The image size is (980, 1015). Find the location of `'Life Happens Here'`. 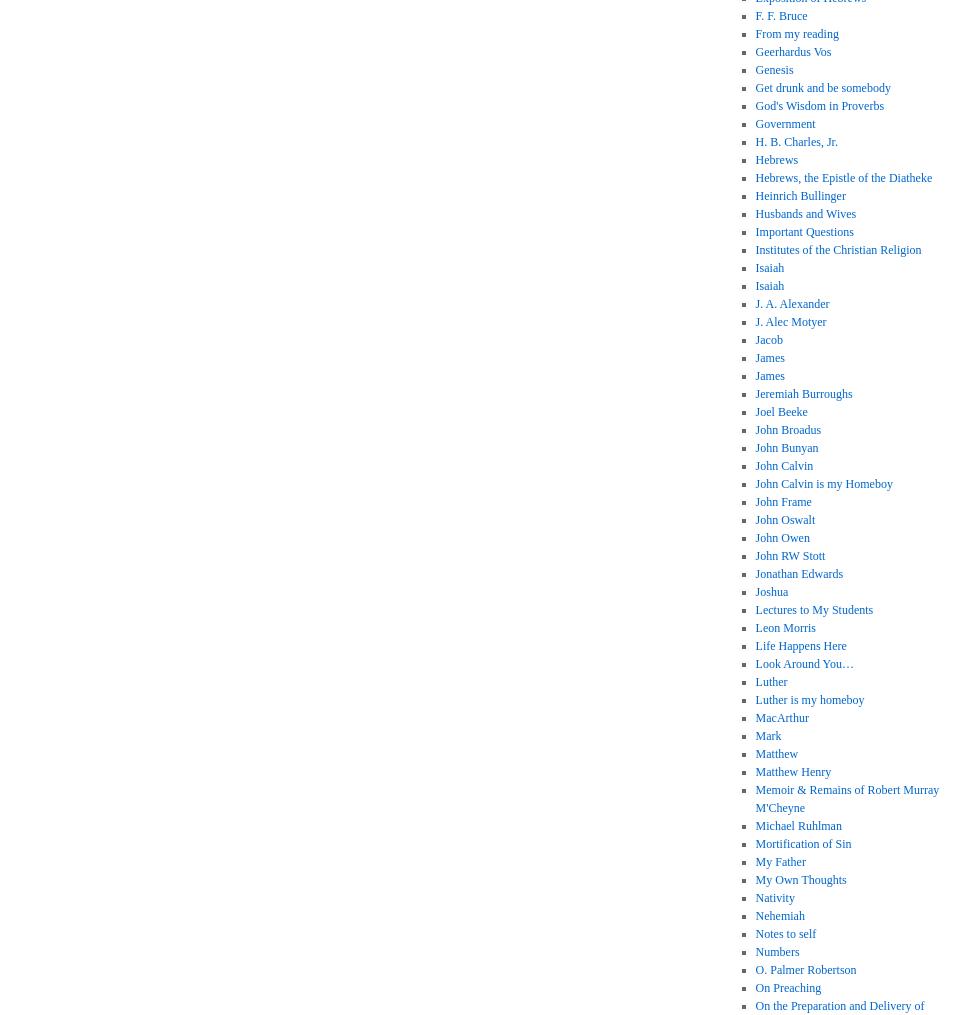

'Life Happens Here' is located at coordinates (800, 645).